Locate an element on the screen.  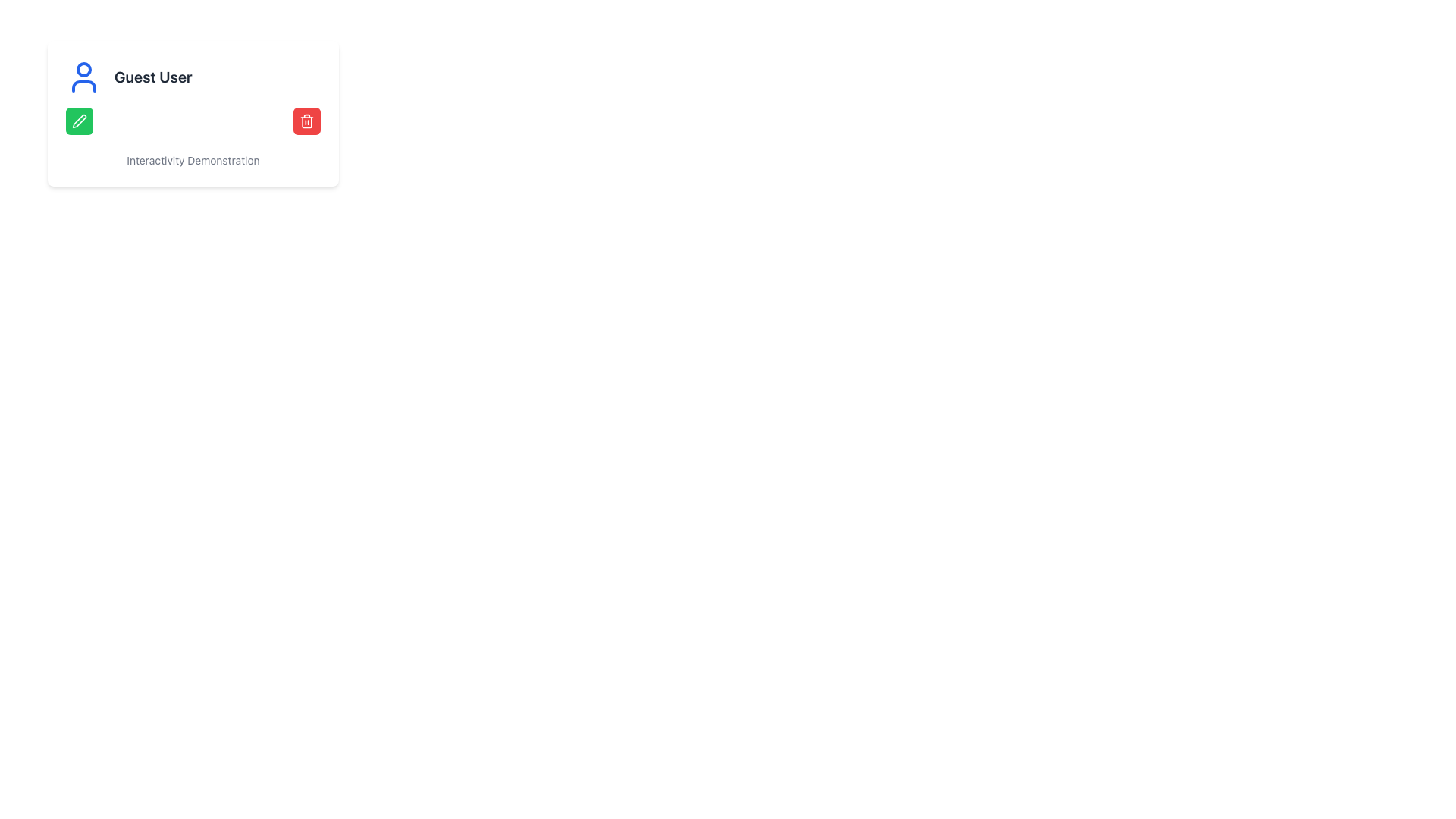
the text label displaying 'Interactivity Demonstration', which is styled in grayish color and positioned below the interactive buttons and user information section within a card layout is located at coordinates (192, 161).